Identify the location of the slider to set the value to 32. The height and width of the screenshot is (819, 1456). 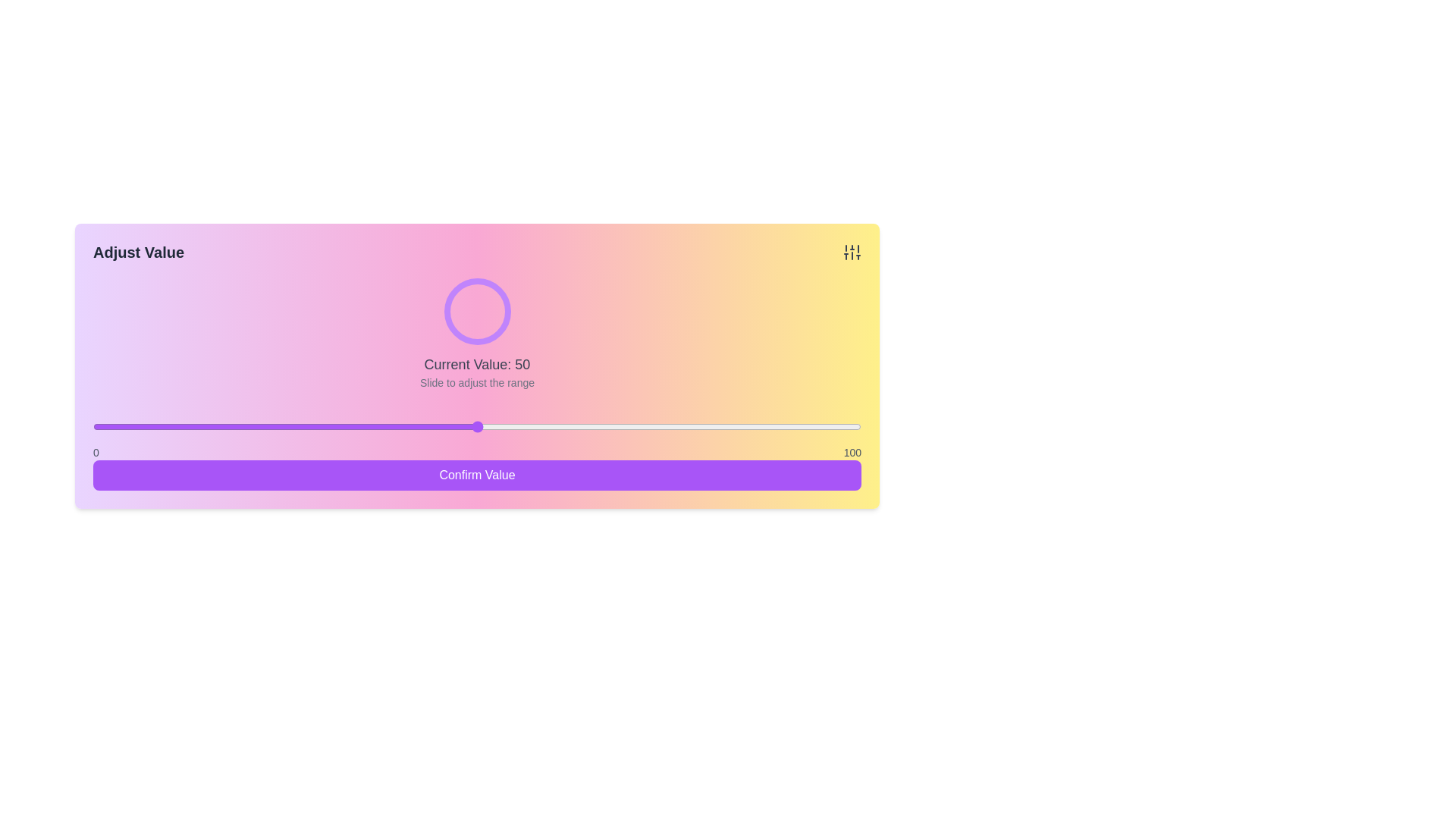
(338, 427).